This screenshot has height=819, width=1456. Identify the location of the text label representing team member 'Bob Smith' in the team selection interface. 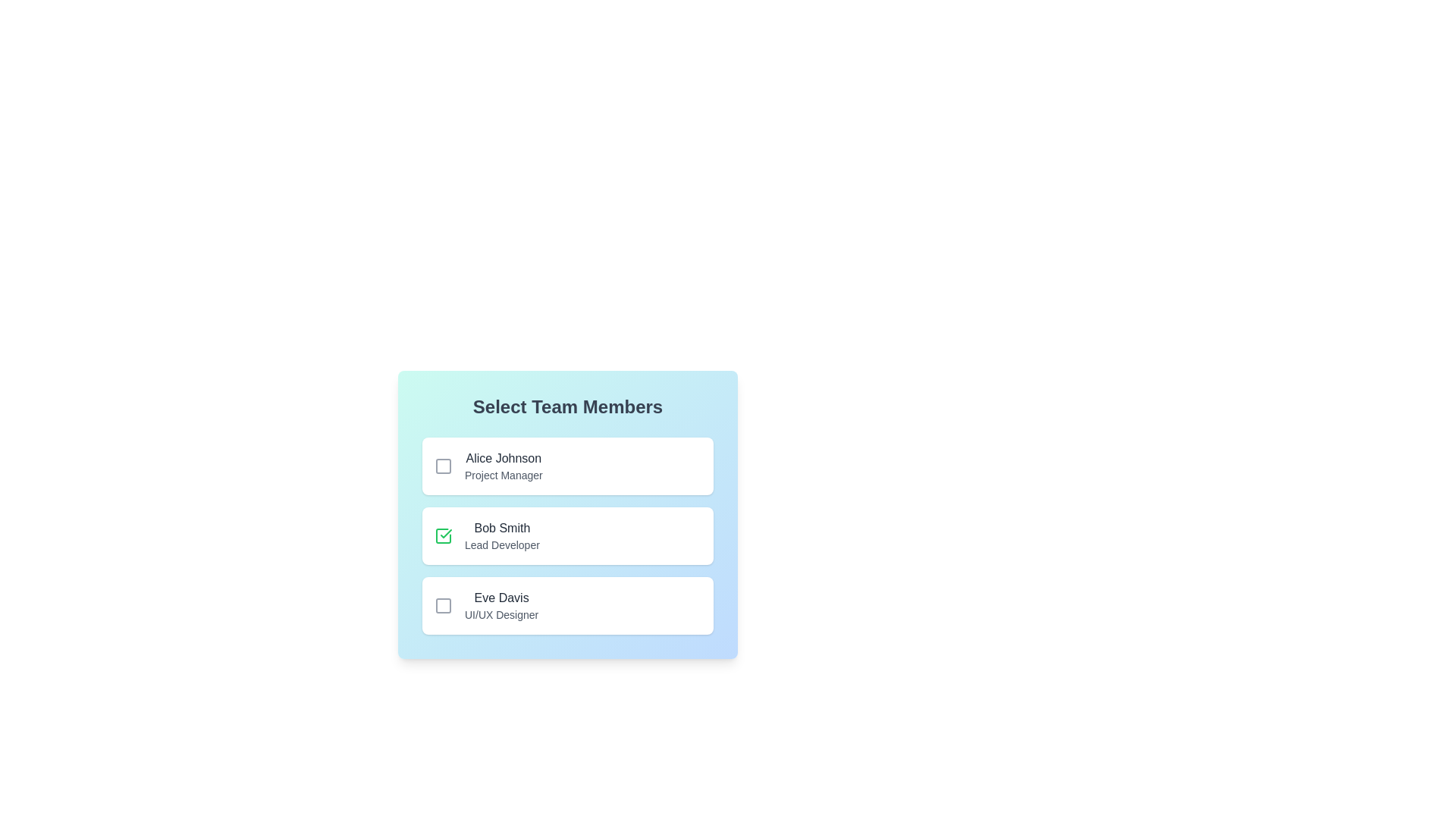
(502, 528).